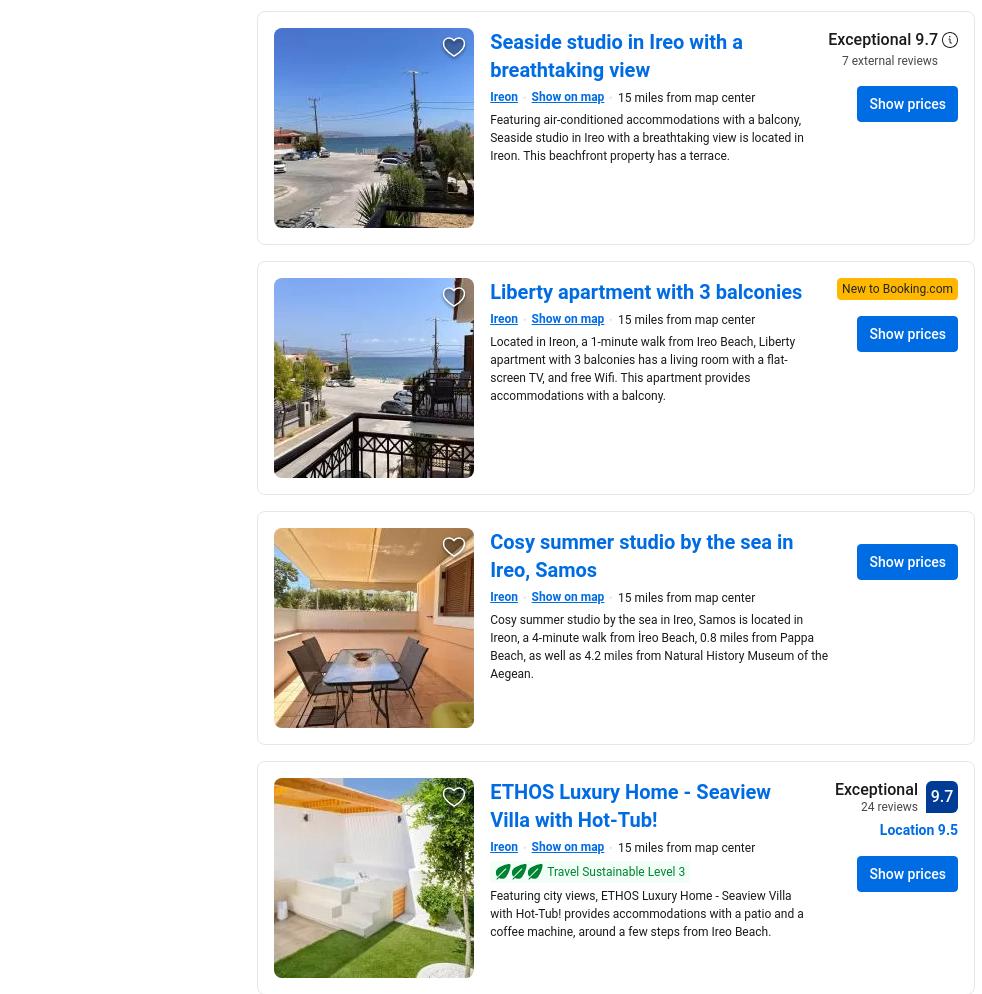 This screenshot has height=994, width=982. I want to click on 'Cosy summer studio by the sea in Ireo, Samos is located in Ireon, a 4-minute walk from İreo Beach, 0.8 miles from Pappa Beach, as well as 4.2 miles from Natural History Museum of the Aegean.', so click(658, 646).